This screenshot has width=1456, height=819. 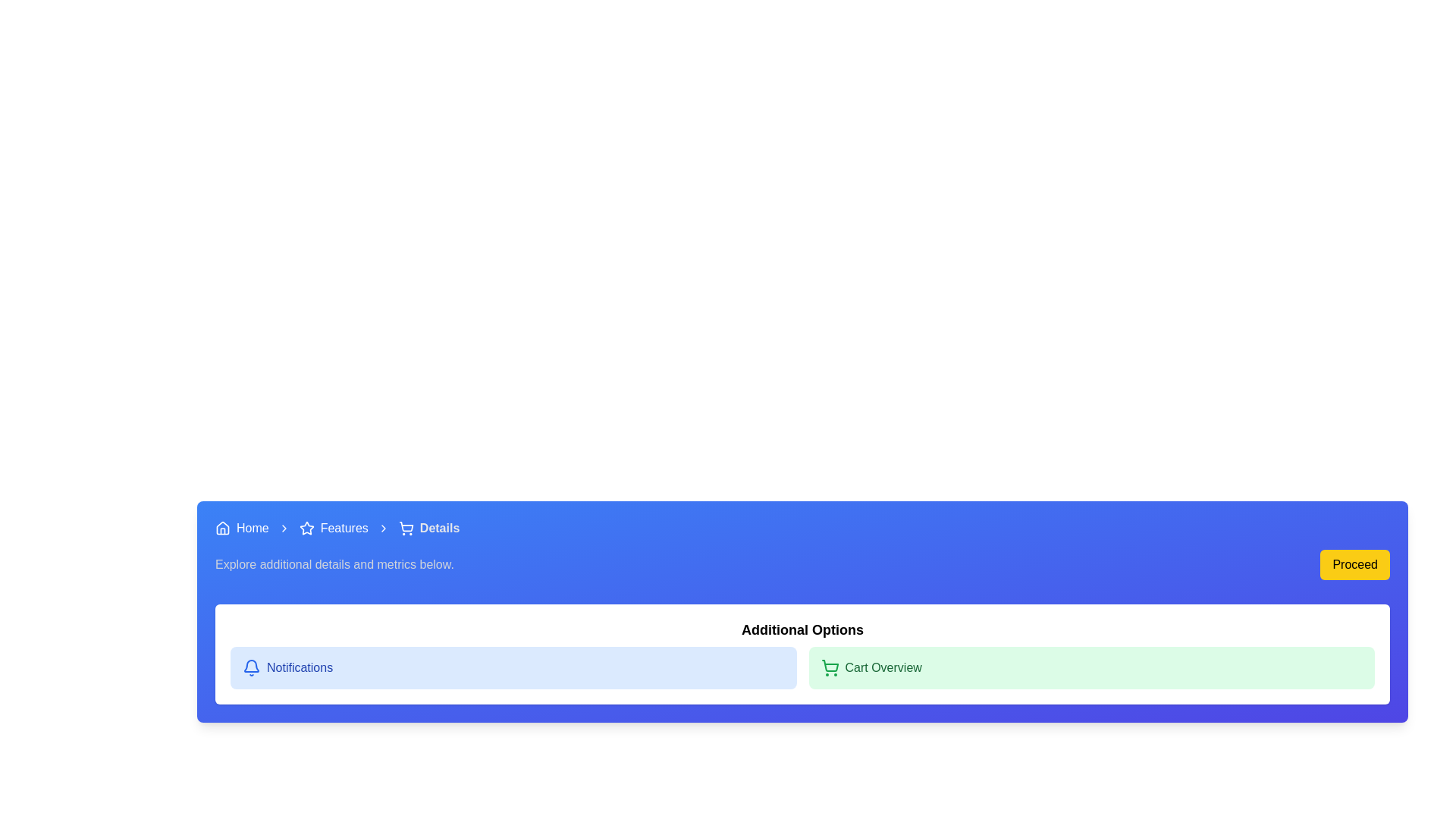 What do you see at coordinates (802, 629) in the screenshot?
I see `the header label 'Additional Options', which serves as a title for the subsequent sections 'Notifications' and 'Cart Overview'` at bounding box center [802, 629].